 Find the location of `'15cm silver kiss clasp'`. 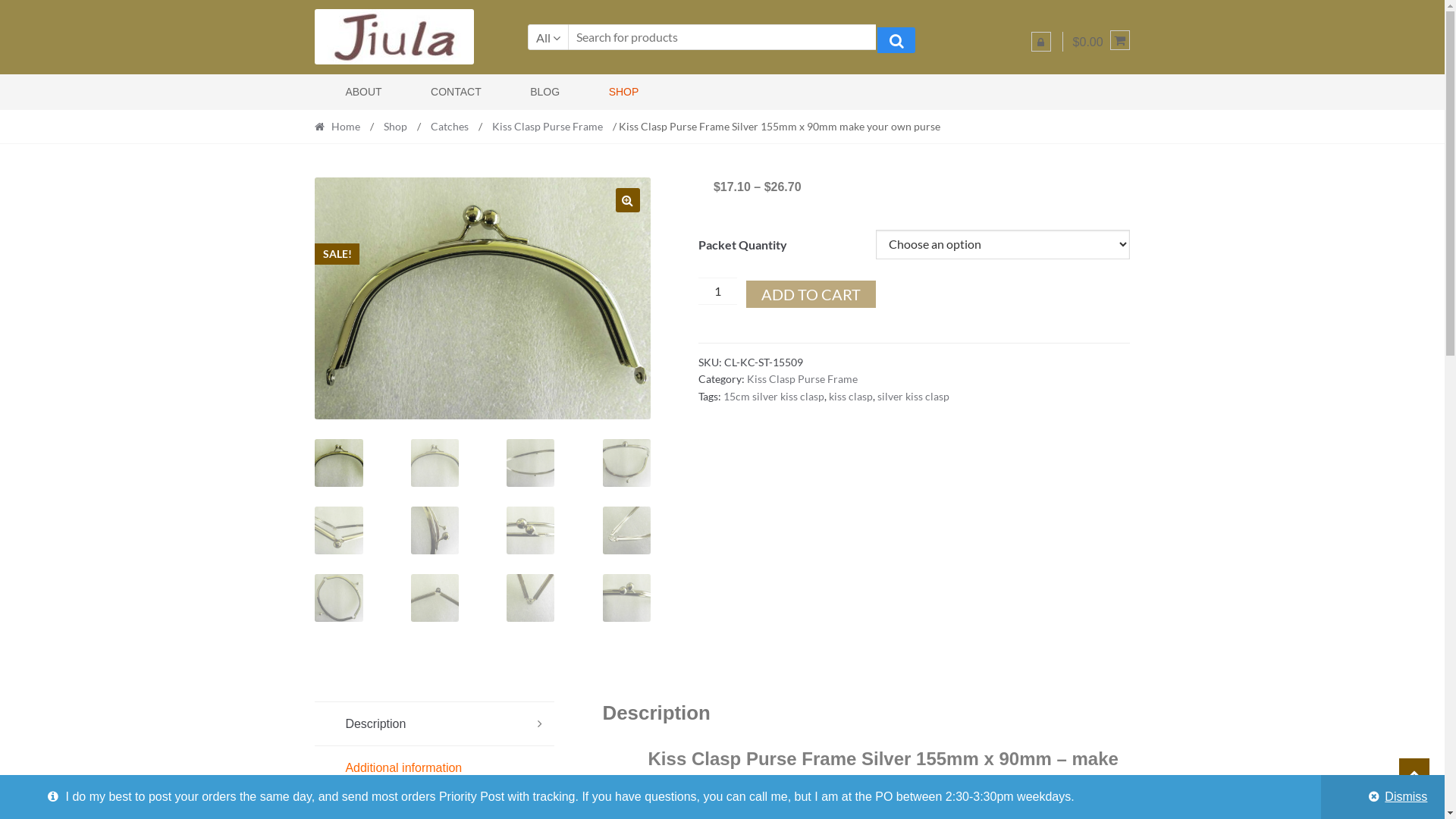

'15cm silver kiss clasp' is located at coordinates (723, 395).